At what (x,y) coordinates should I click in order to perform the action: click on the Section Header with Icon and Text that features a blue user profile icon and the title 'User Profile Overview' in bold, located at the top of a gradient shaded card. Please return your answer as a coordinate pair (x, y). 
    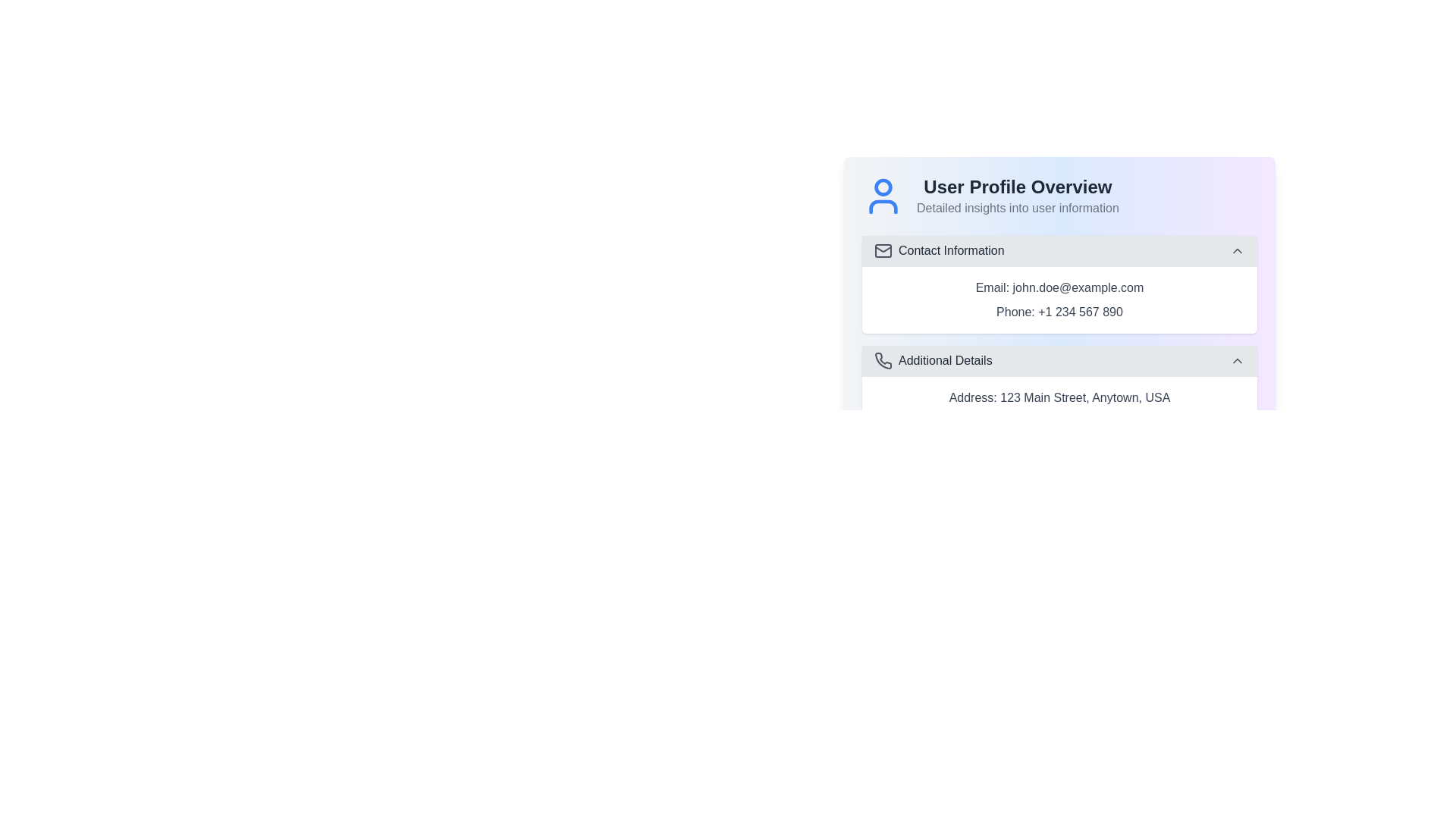
    Looking at the image, I should click on (1059, 195).